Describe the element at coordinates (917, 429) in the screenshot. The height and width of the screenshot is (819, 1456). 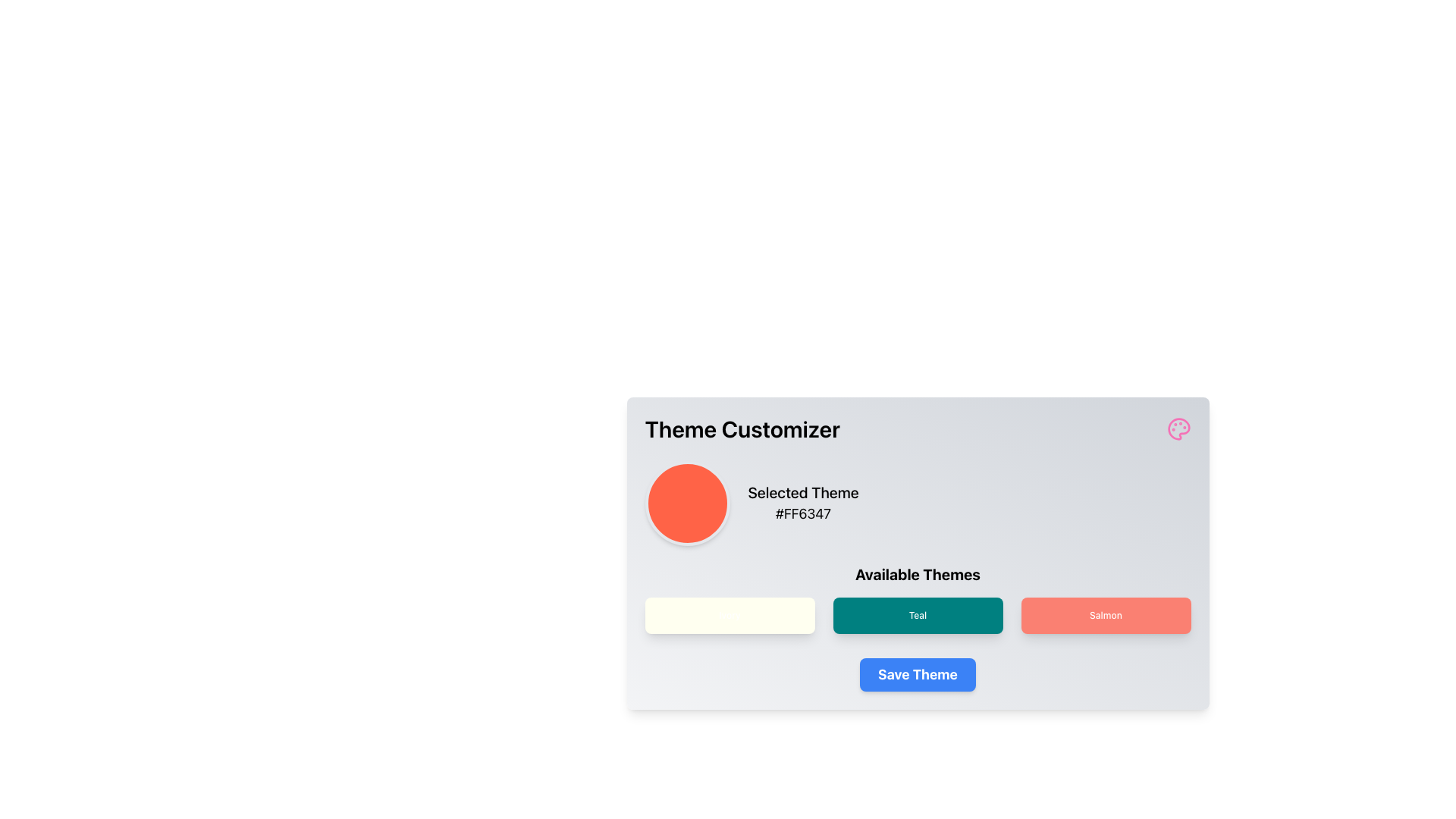
I see `the 'Theme Customizer' section title, which identifies the feature at the top of the card-like interface section` at that location.